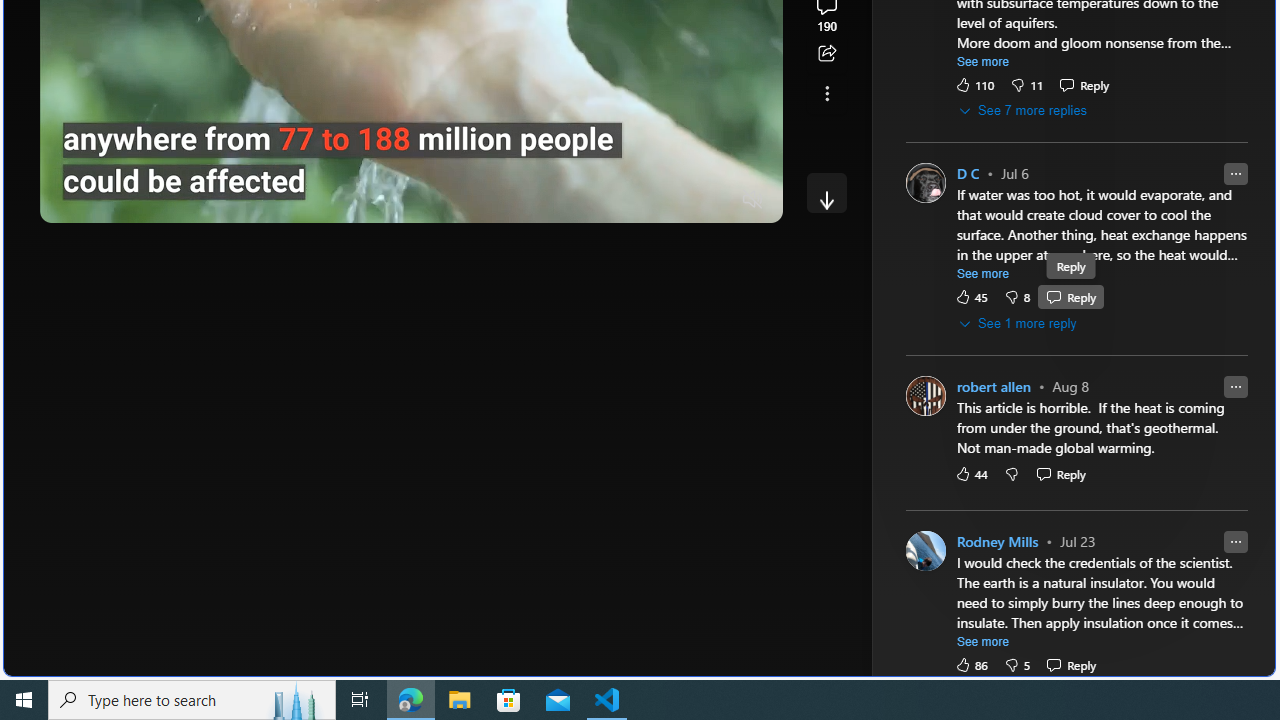  I want to click on 'D C', so click(968, 173).